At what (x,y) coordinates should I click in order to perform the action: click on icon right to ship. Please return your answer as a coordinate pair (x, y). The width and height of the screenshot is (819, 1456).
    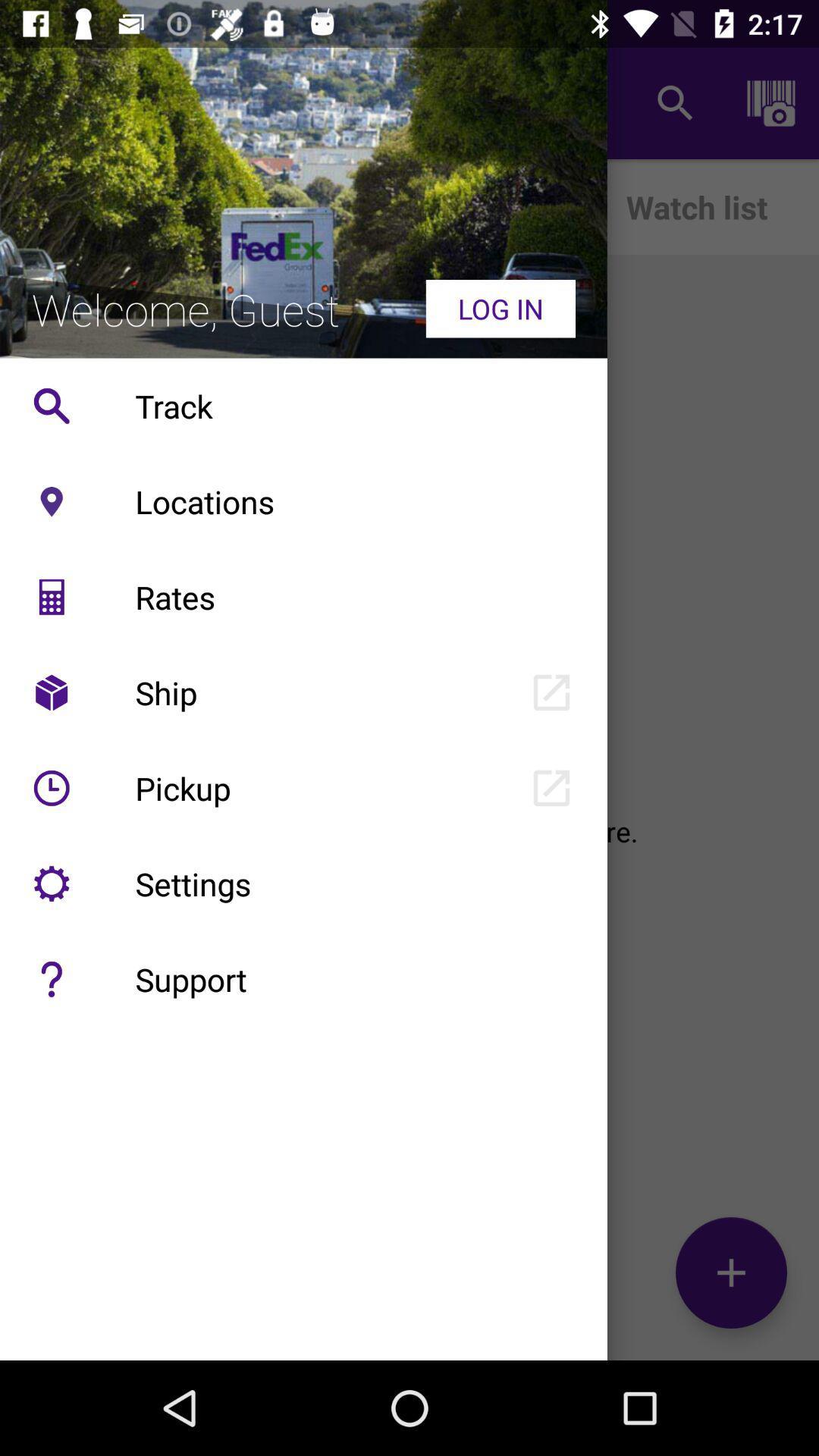
    Looking at the image, I should click on (551, 692).